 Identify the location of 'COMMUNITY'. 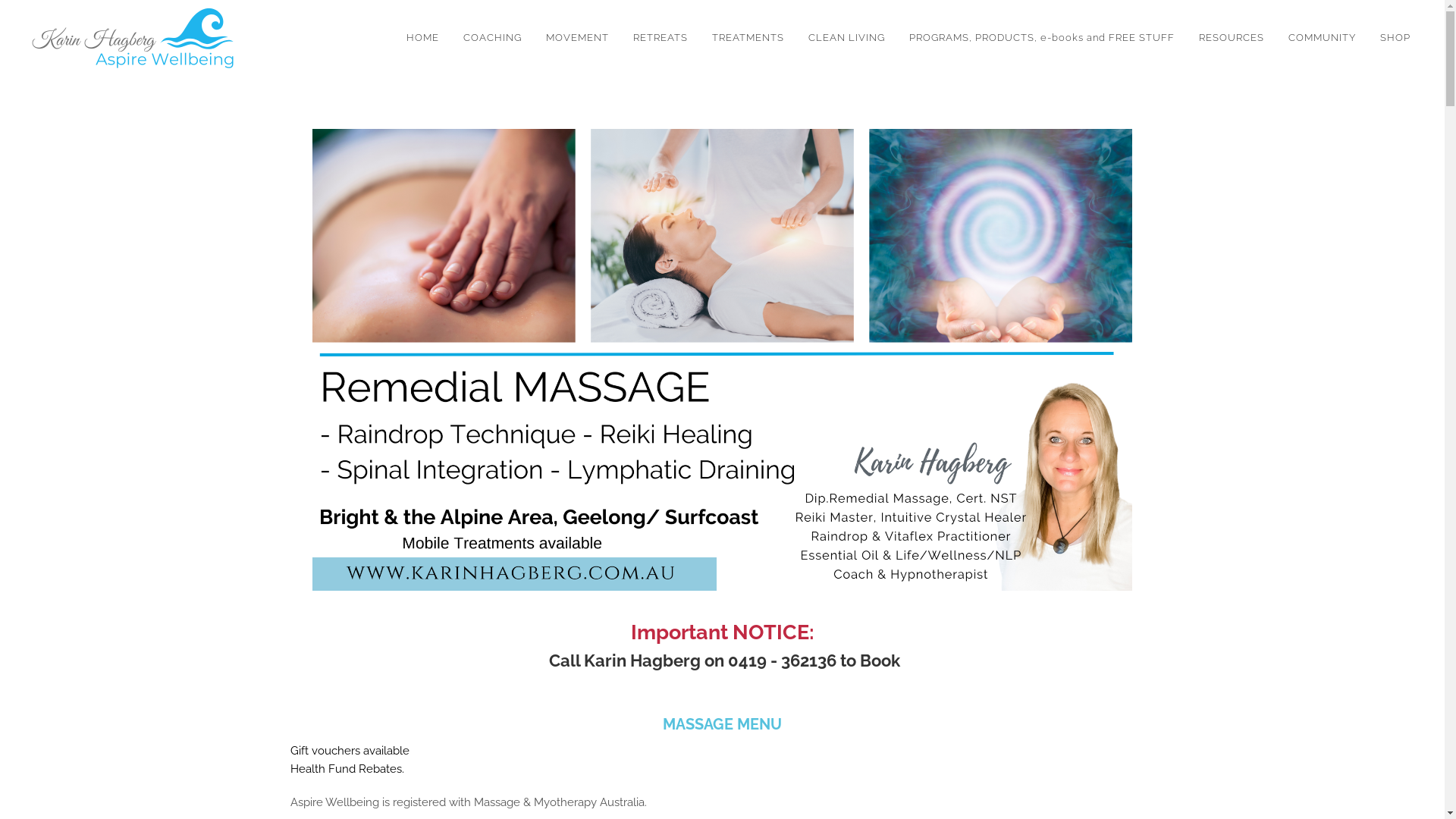
(1321, 37).